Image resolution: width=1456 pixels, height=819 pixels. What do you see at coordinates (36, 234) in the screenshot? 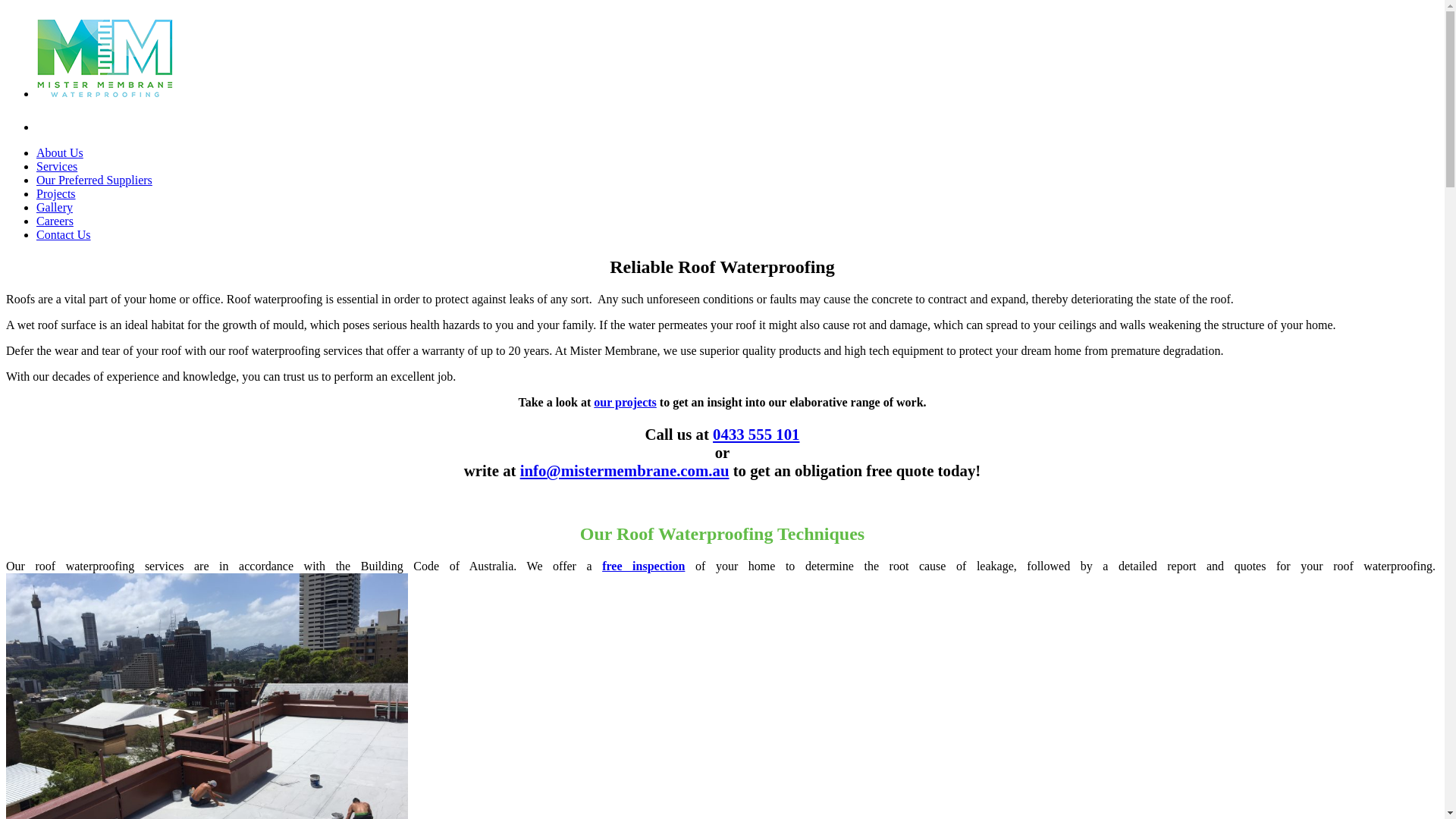
I see `'Contact Us'` at bounding box center [36, 234].